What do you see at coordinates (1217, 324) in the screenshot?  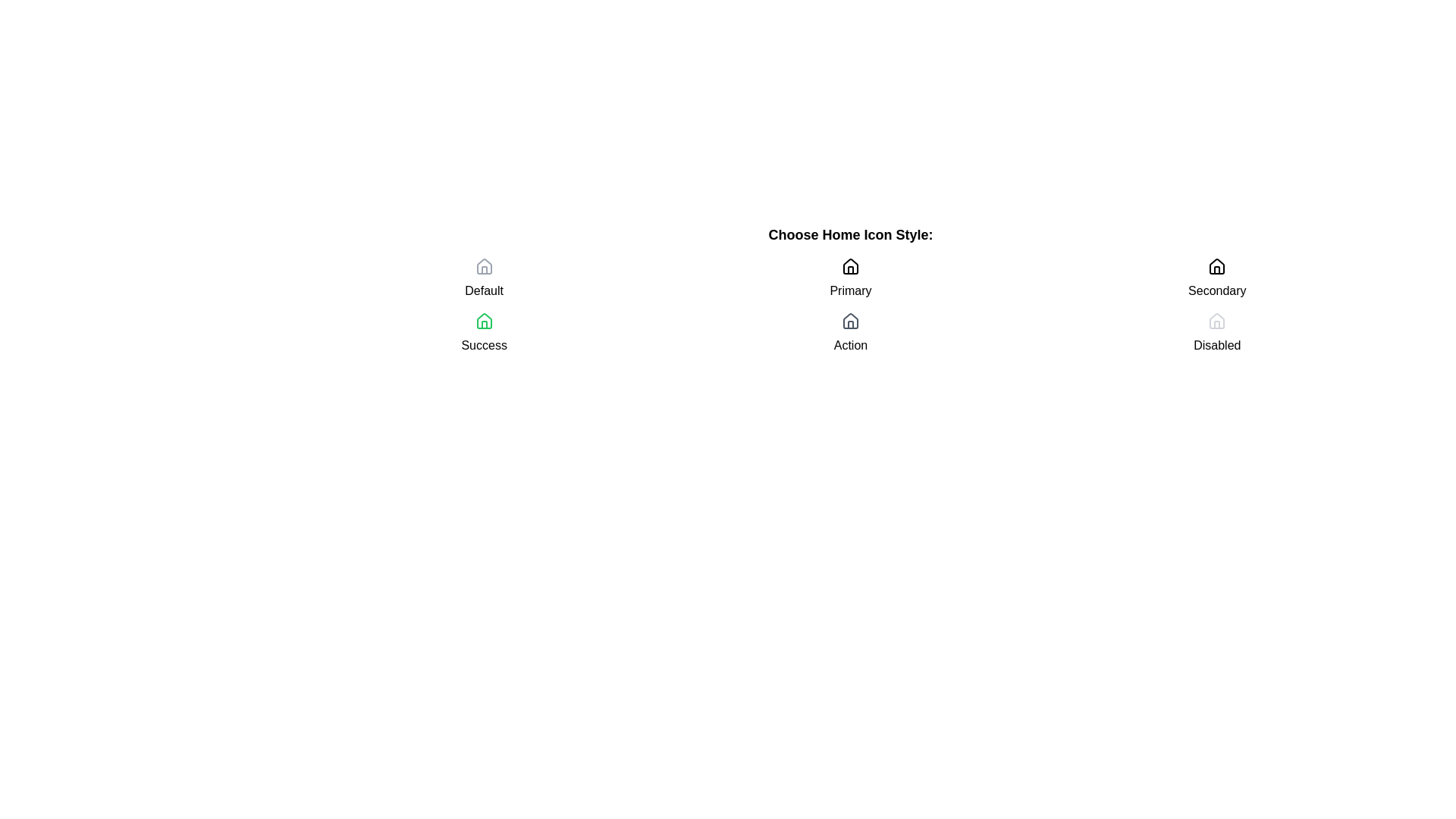 I see `the 'Disabled' house icon in the 'Choose Home Icon Style:' section of the SVG graphic` at bounding box center [1217, 324].